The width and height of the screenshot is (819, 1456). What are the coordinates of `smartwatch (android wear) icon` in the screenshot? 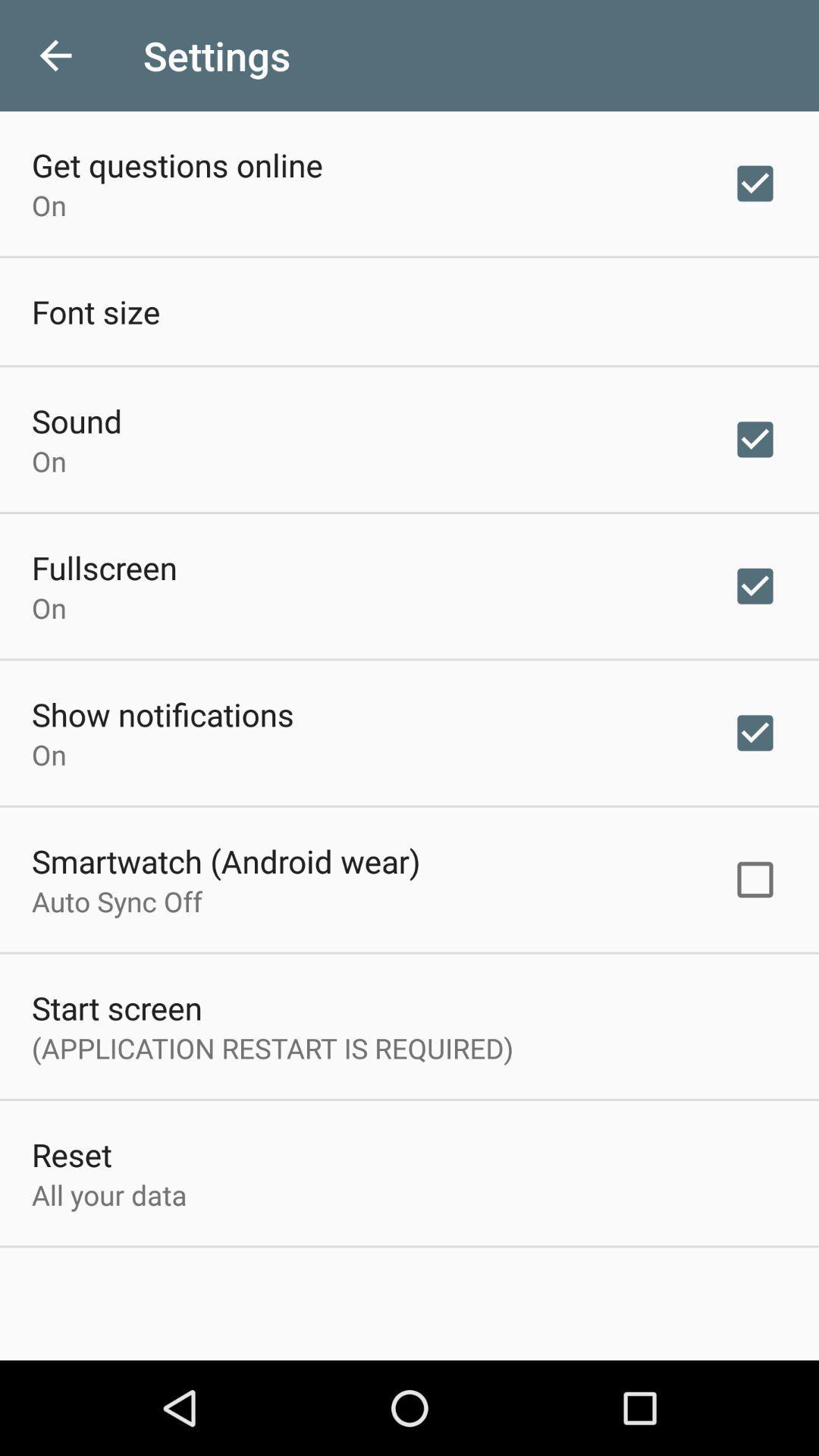 It's located at (226, 861).